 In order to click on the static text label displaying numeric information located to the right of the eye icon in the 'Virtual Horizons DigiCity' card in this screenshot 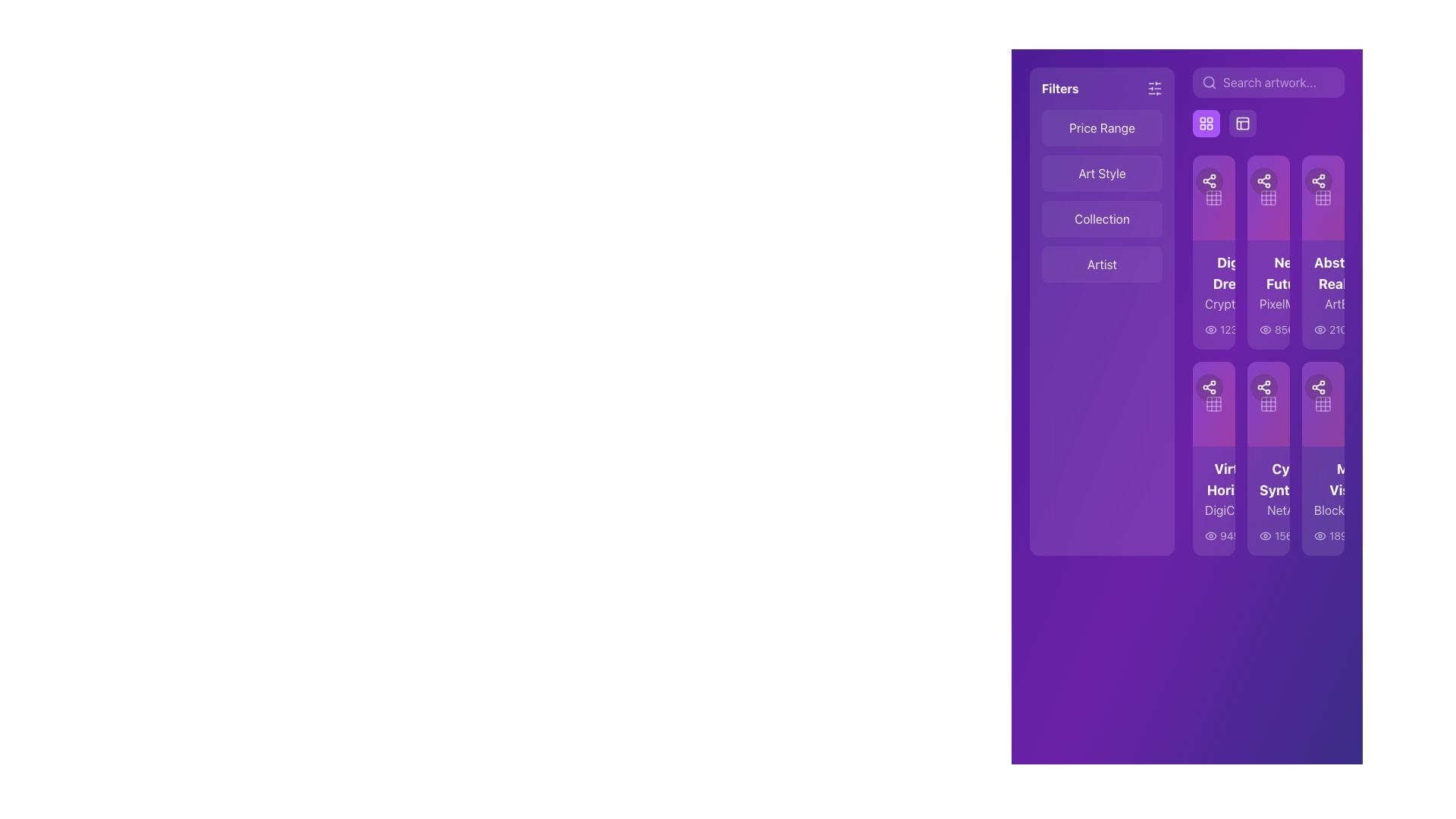, I will do `click(1230, 535)`.